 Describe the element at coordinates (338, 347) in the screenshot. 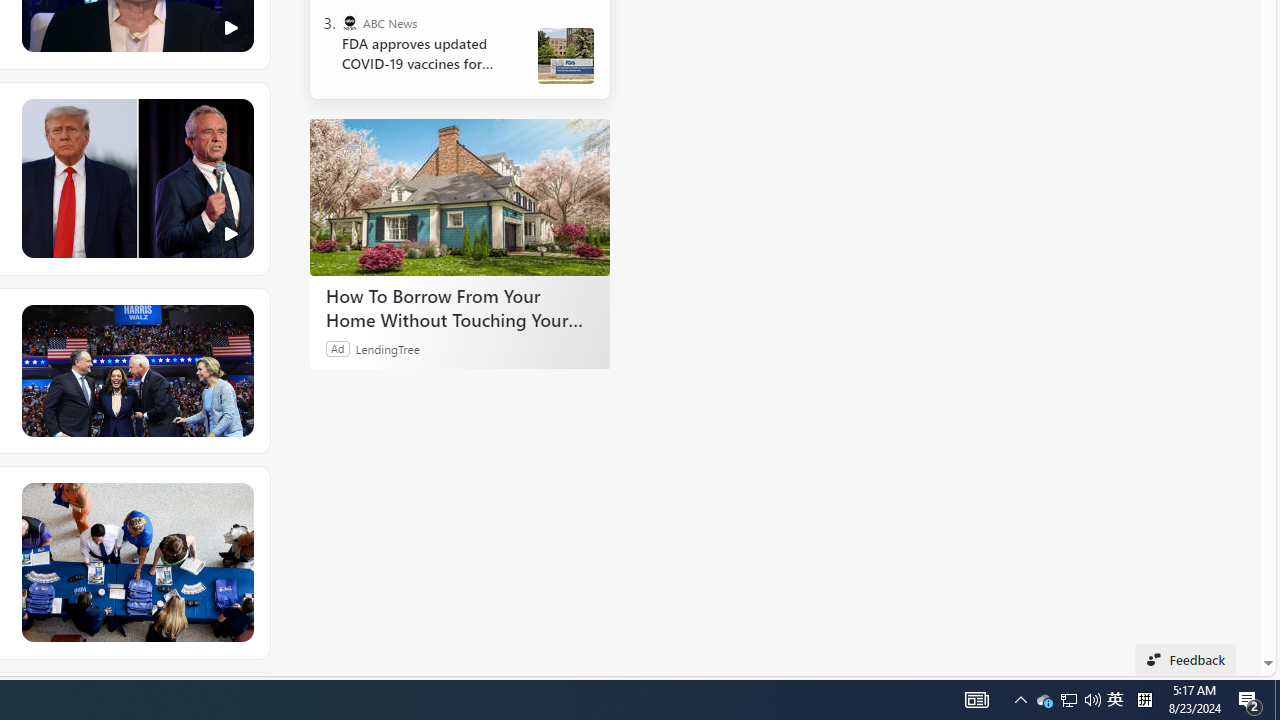

I see `'Ad'` at that location.